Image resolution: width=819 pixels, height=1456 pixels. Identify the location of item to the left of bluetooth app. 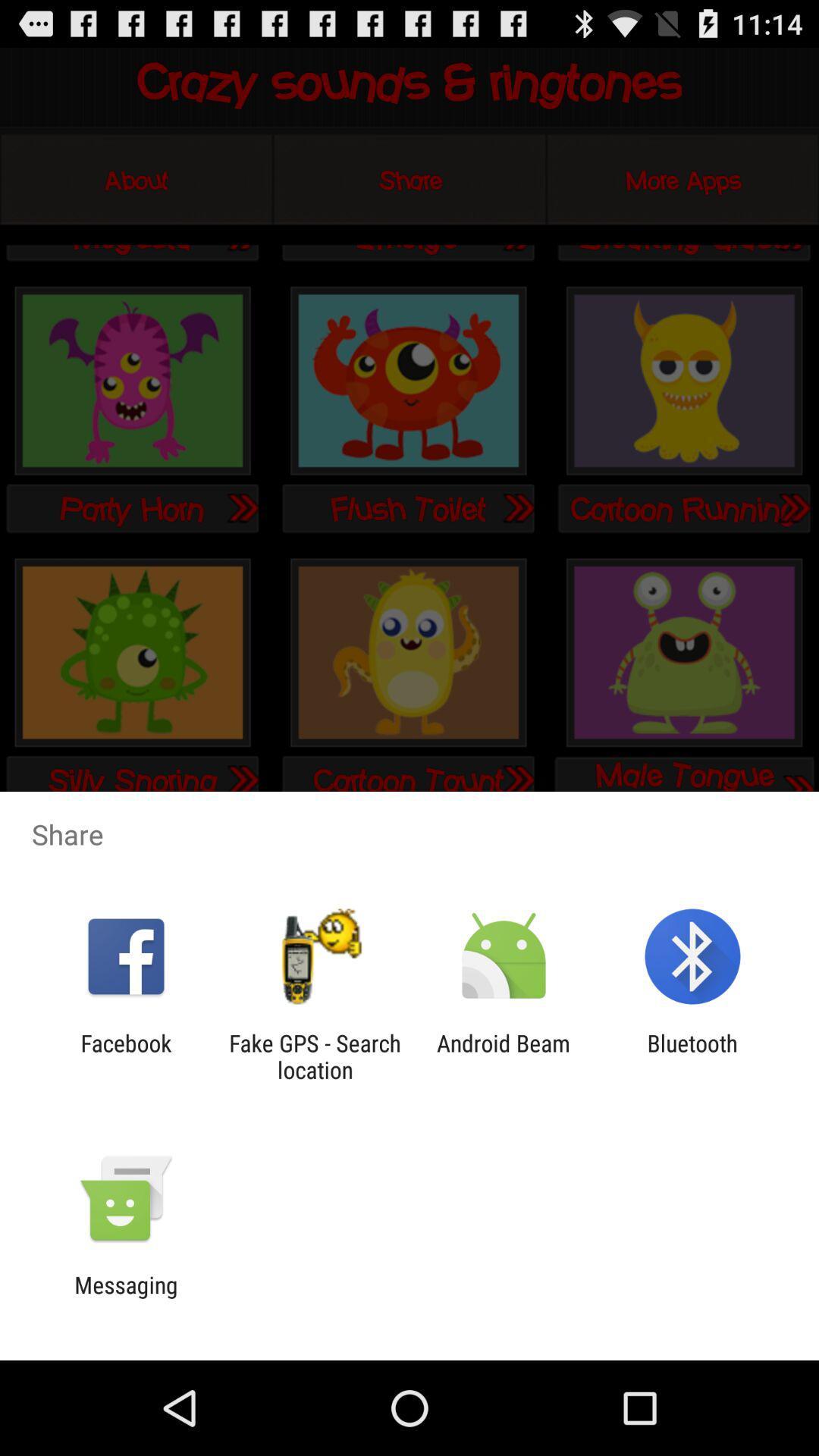
(504, 1056).